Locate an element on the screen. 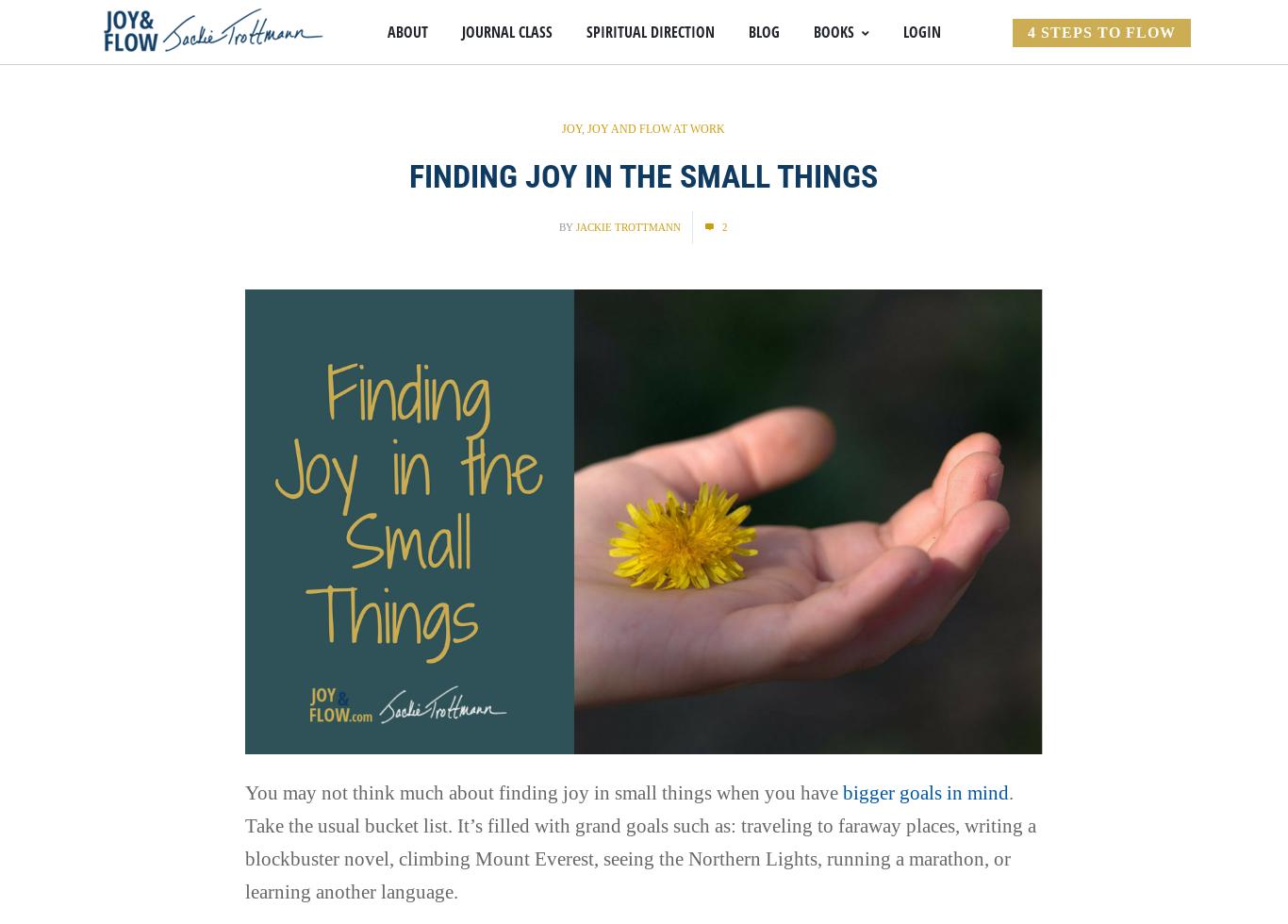 This screenshot has width=1288, height=924. 'Blog' is located at coordinates (763, 32).